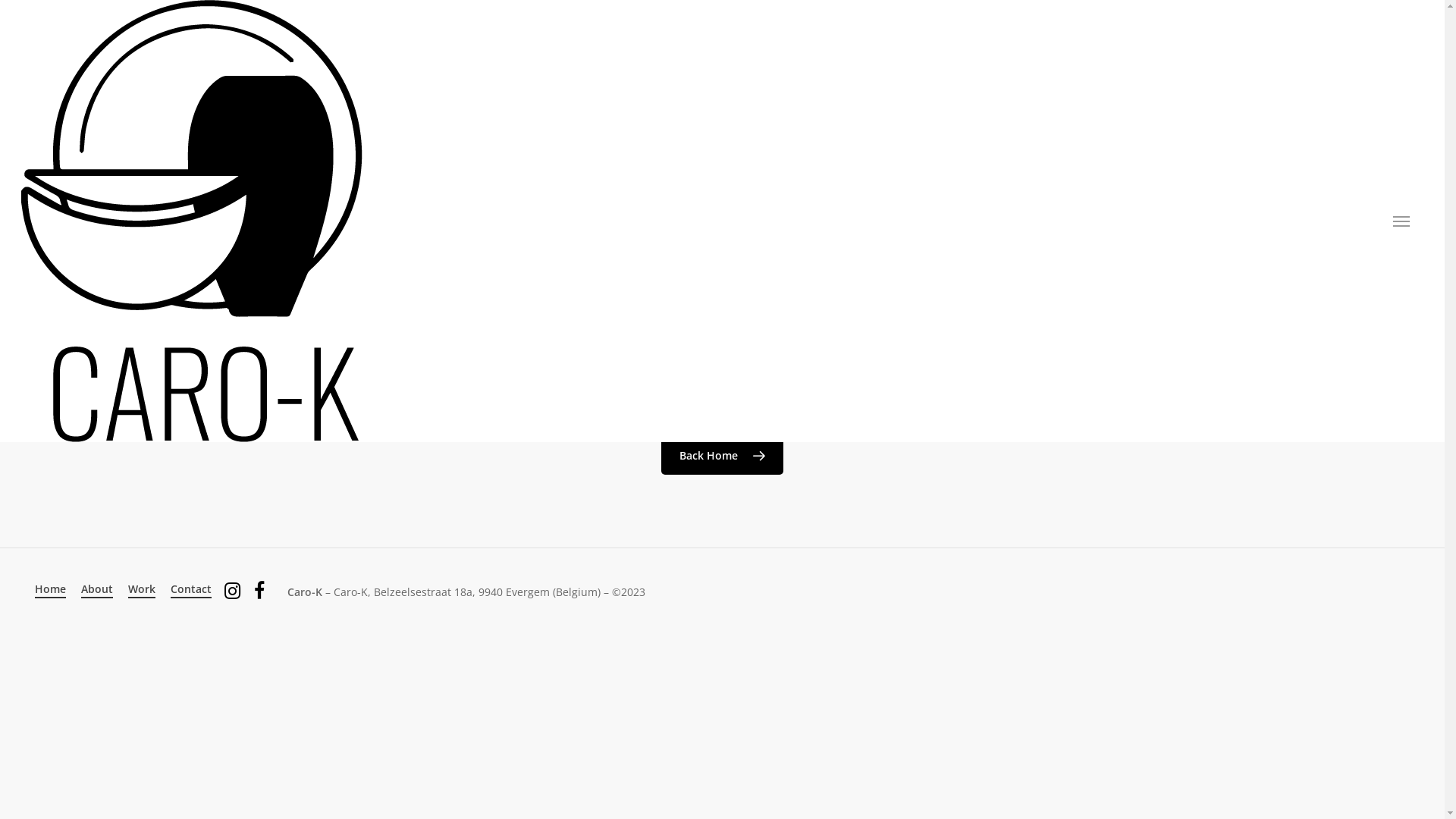  Describe the element at coordinates (190, 588) in the screenshot. I see `'Contact'` at that location.